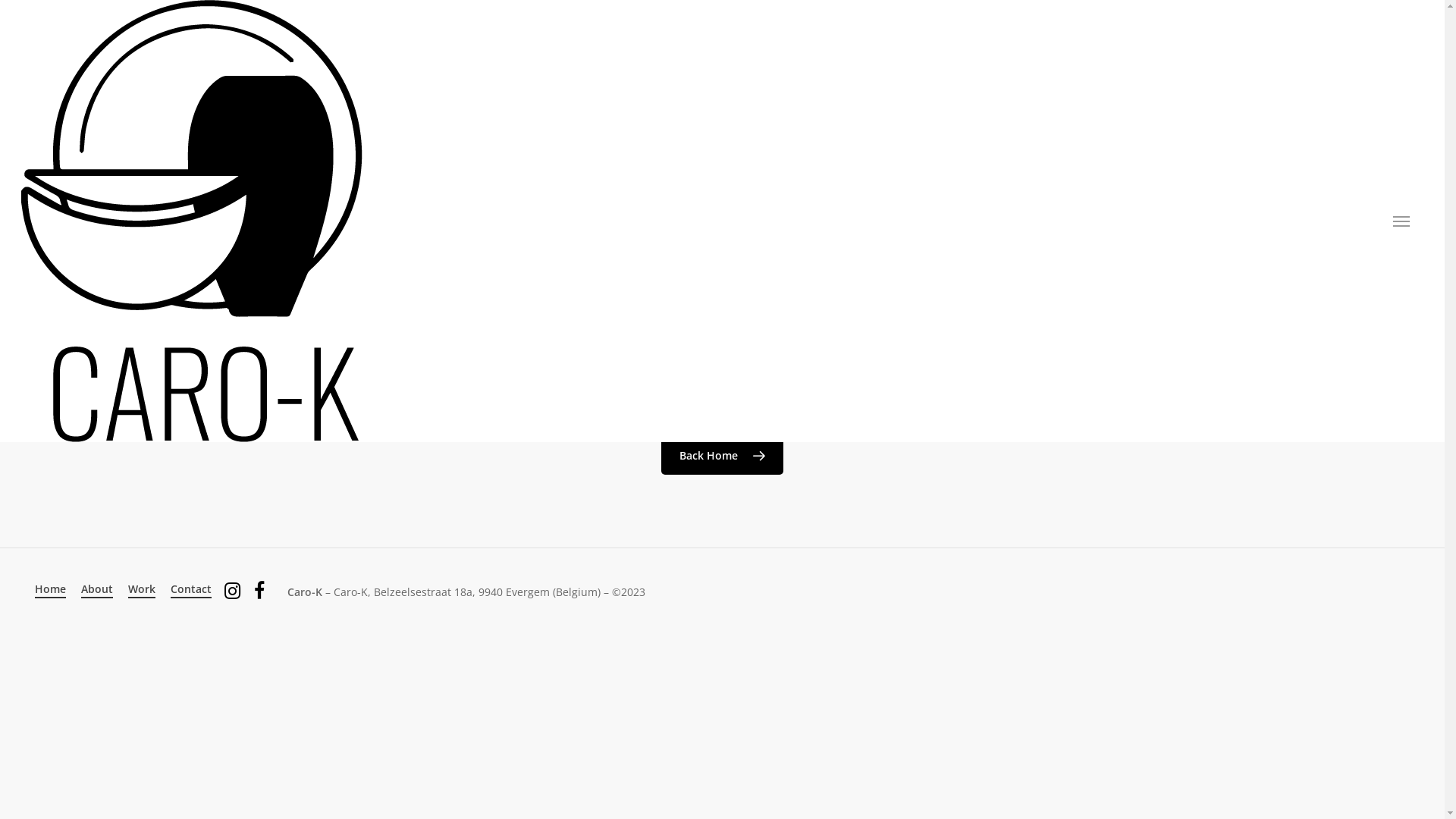  Describe the element at coordinates (190, 588) in the screenshot. I see `'Contact'` at that location.